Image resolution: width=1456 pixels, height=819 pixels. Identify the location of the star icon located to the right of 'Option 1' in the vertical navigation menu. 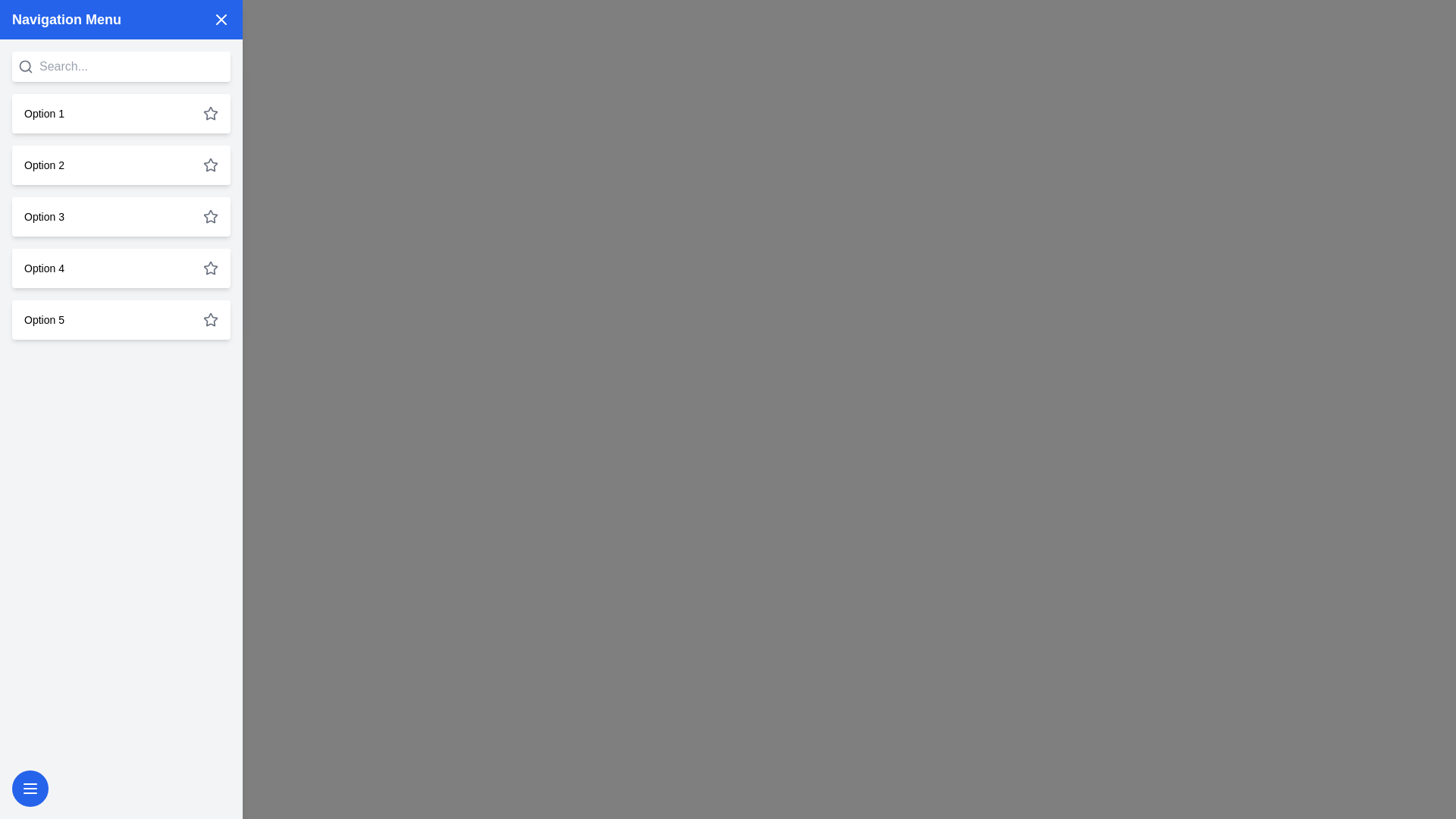
(210, 112).